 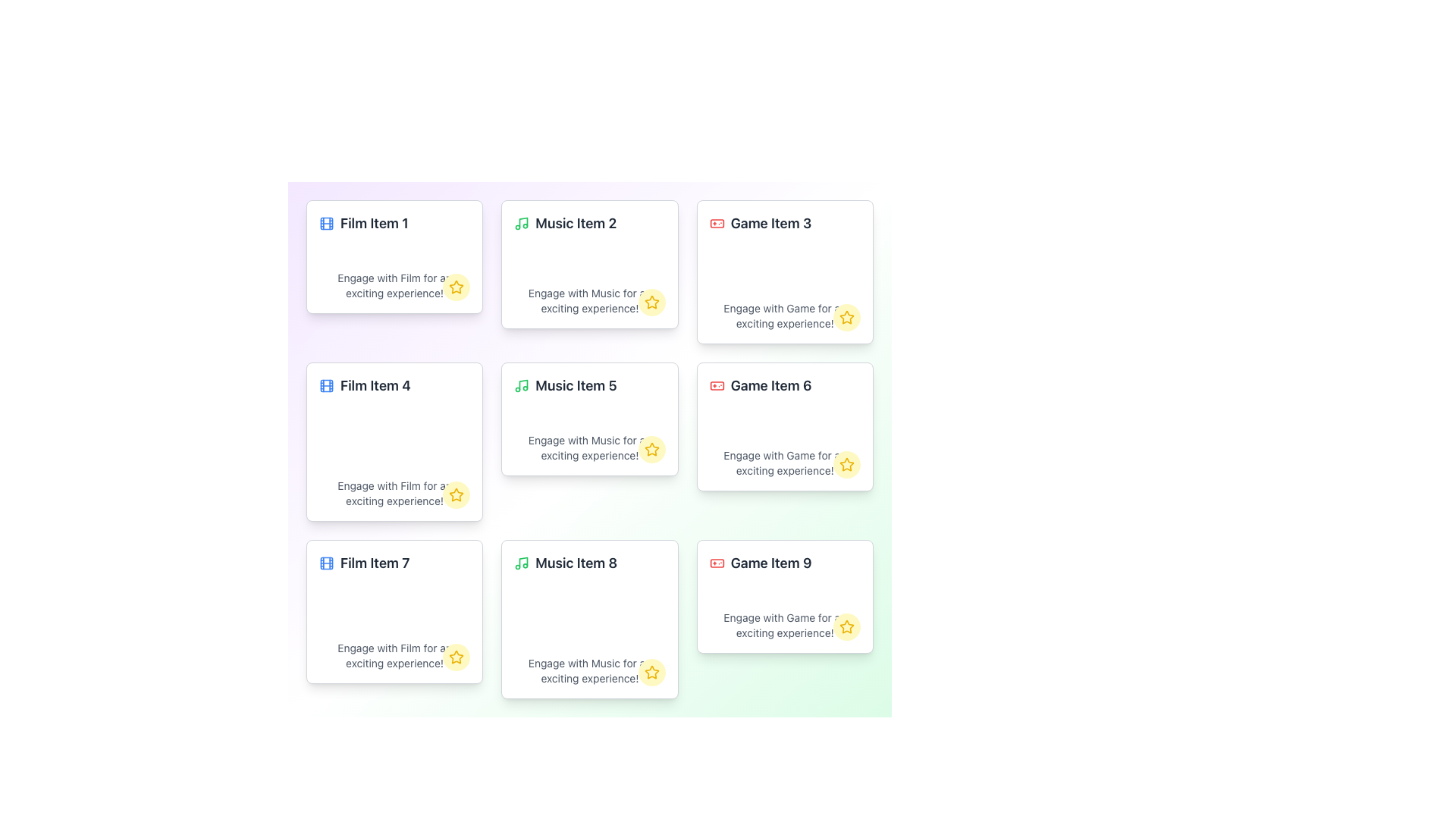 I want to click on the Content card displaying information about 'Game Item 9' located in the bottom-right corner of the grid layout to observe any visual changes, so click(x=785, y=595).